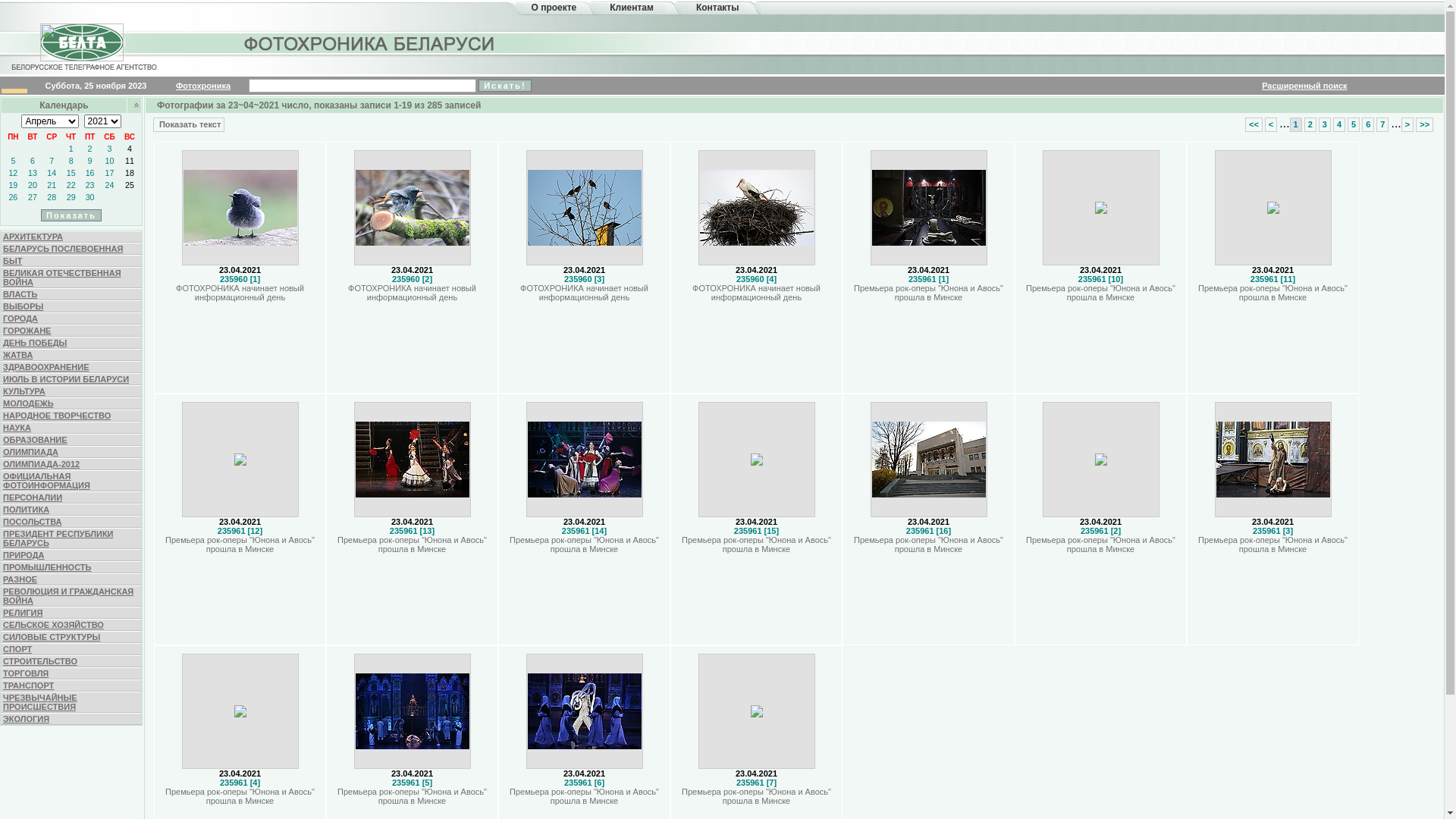  What do you see at coordinates (33, 171) in the screenshot?
I see `'13'` at bounding box center [33, 171].